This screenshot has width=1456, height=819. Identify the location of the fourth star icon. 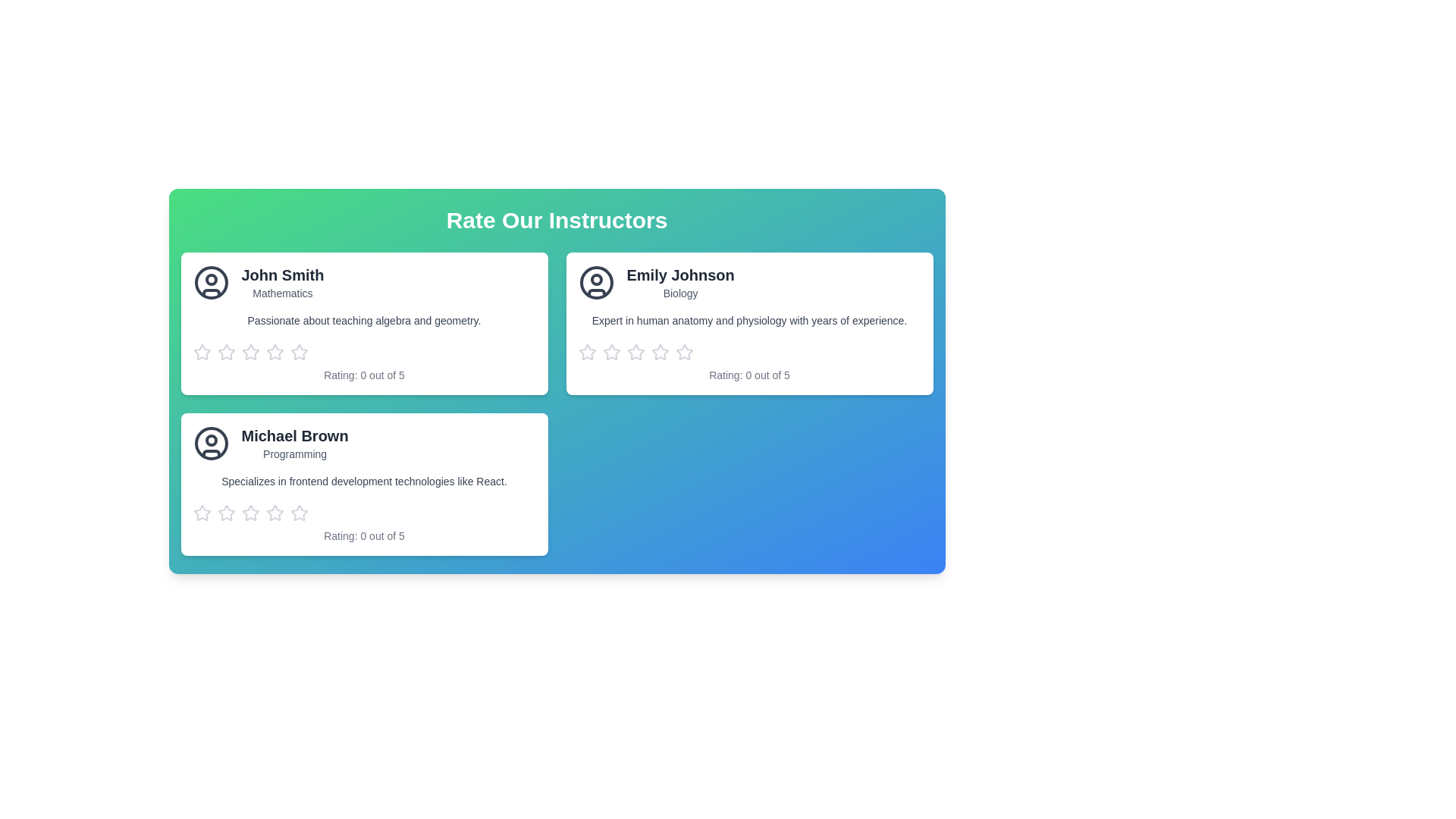
(250, 513).